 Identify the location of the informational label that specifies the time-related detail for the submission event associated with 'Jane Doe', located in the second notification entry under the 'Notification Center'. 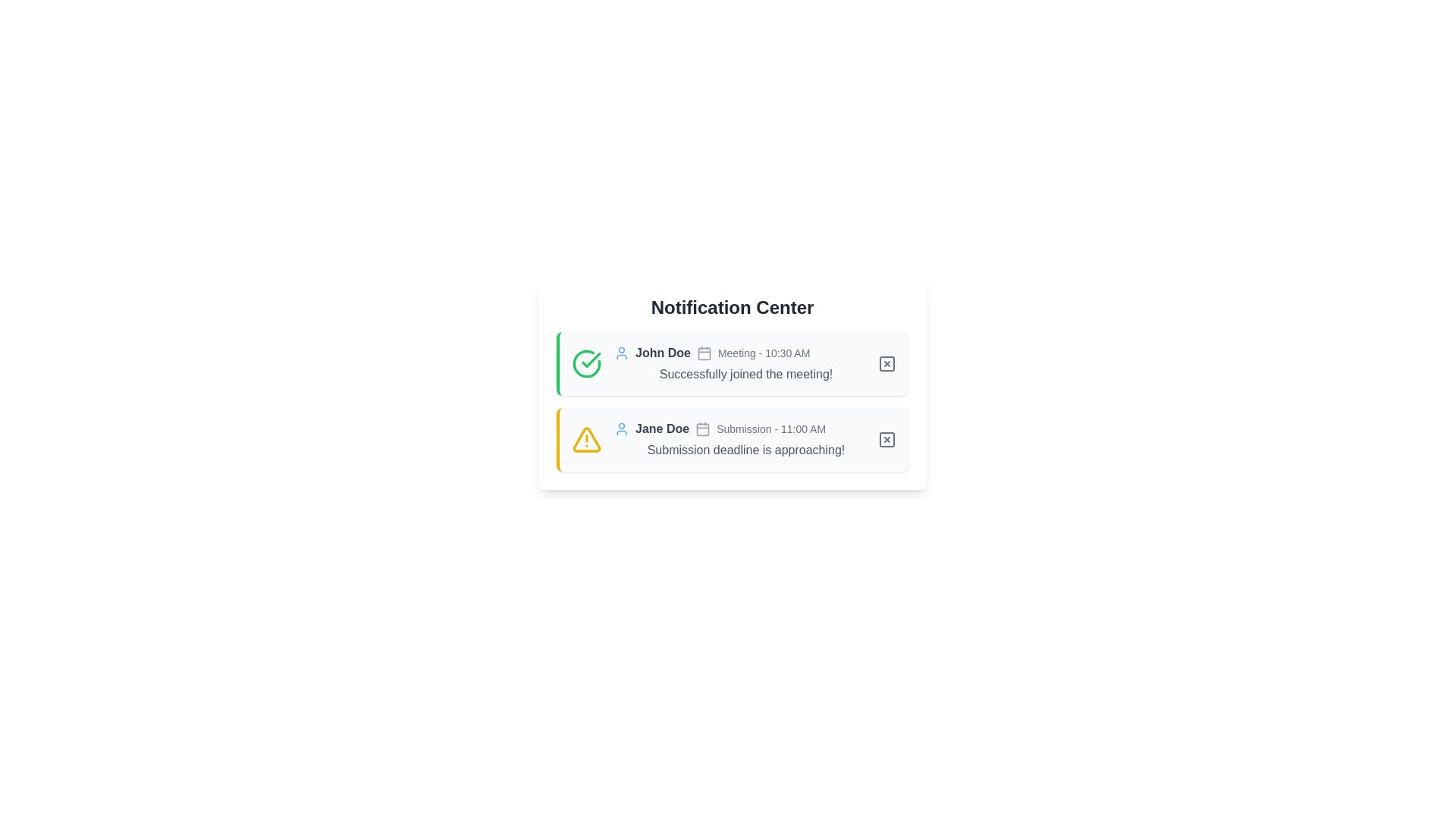
(771, 429).